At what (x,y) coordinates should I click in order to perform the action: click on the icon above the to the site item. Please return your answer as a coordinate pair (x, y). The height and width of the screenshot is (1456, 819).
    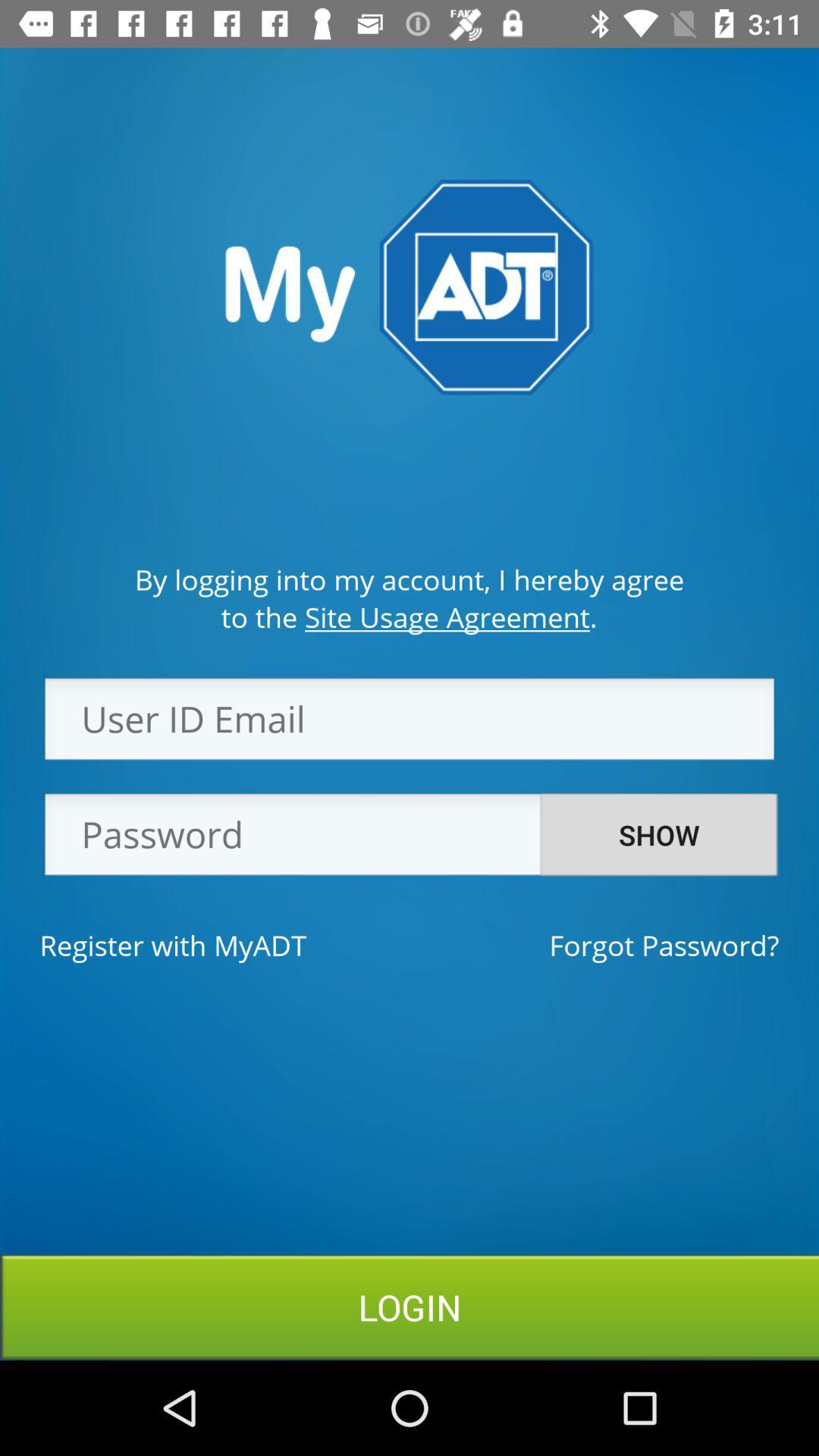
    Looking at the image, I should click on (409, 579).